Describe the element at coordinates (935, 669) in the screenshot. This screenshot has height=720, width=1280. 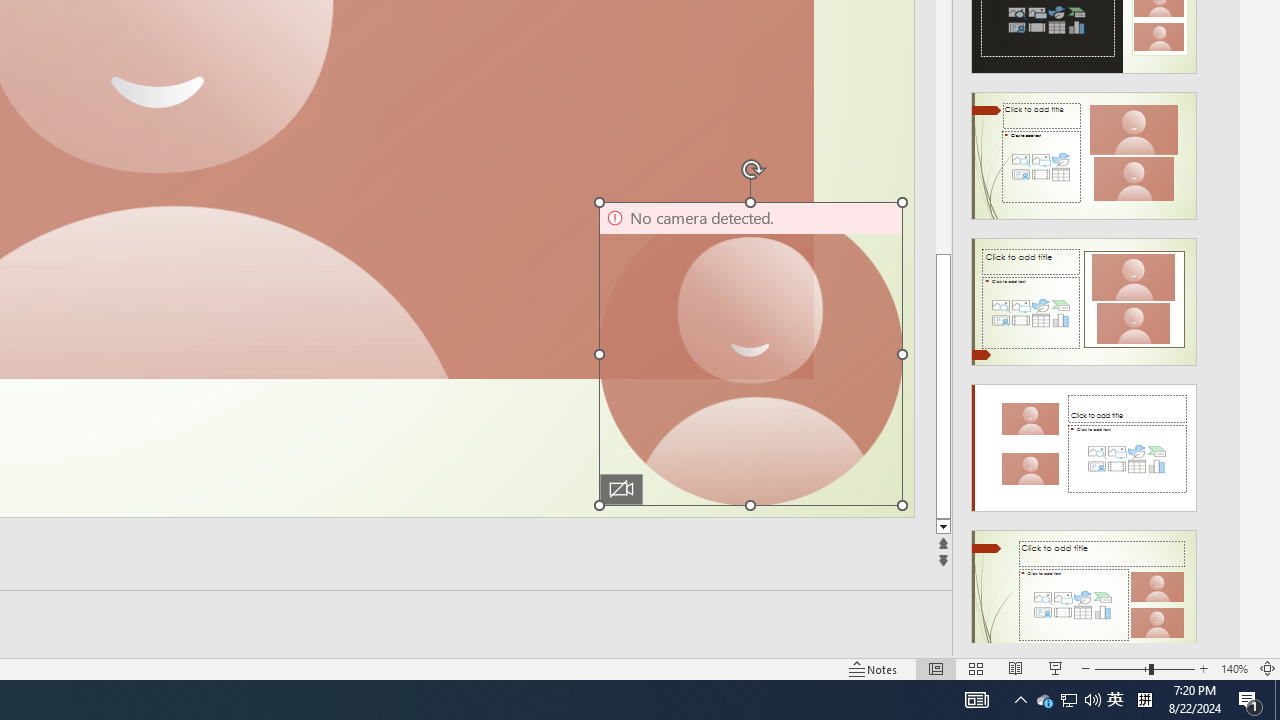
I see `'Normal'` at that location.